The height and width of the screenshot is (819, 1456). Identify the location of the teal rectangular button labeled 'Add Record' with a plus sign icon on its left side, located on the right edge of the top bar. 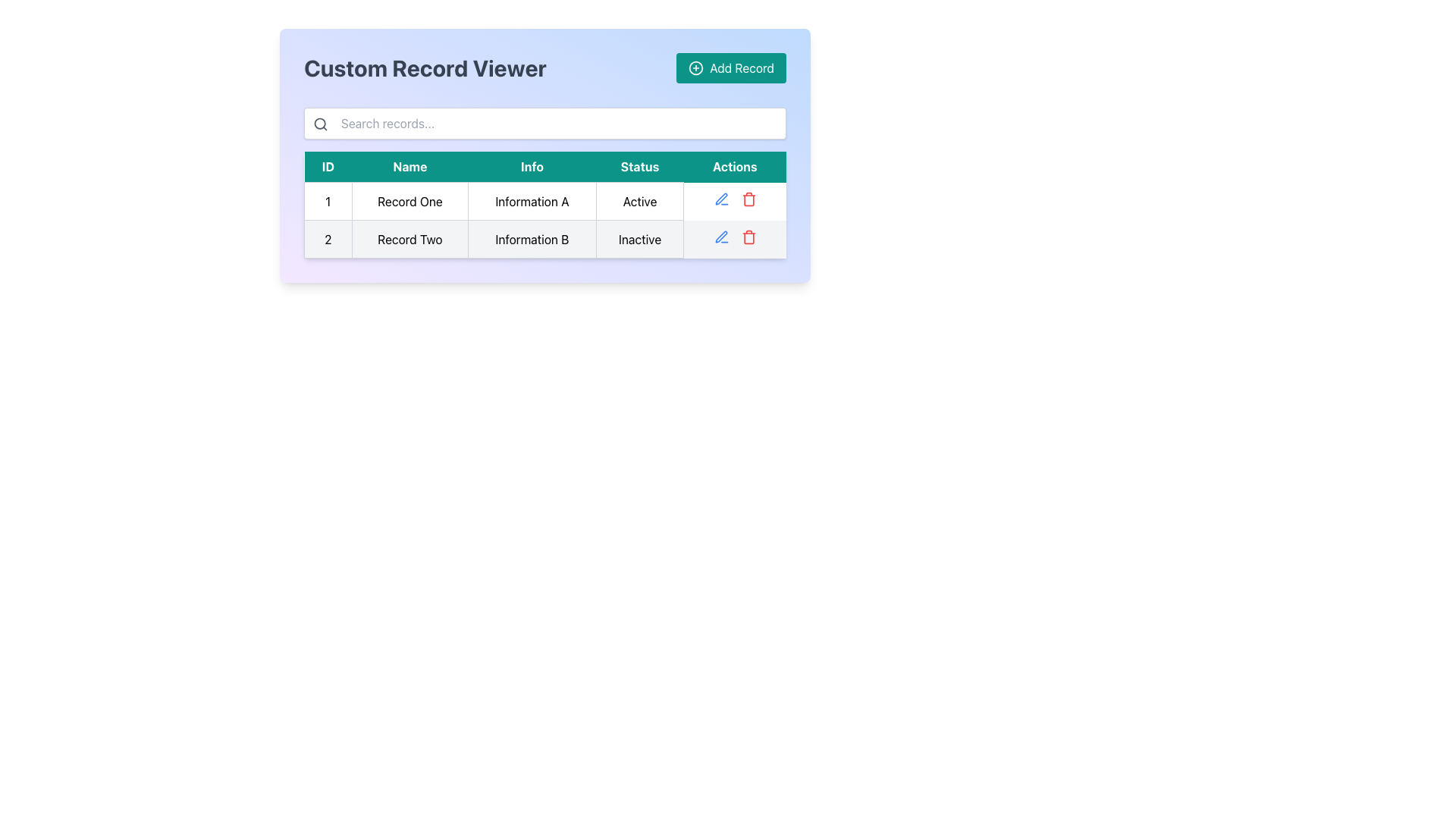
(731, 67).